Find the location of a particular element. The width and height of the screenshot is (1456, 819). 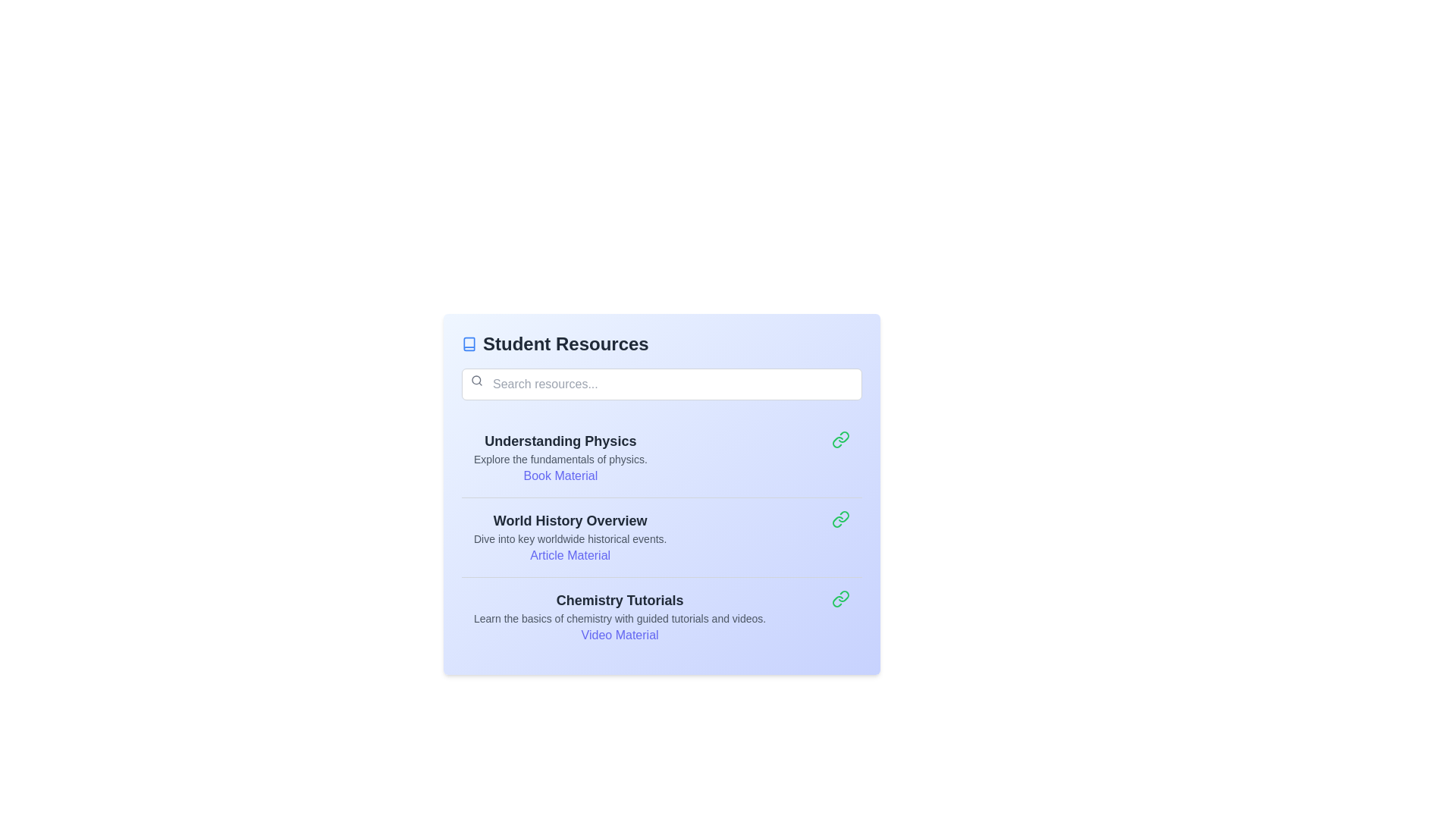

the link for the resource type Video Material to open the material is located at coordinates (619, 635).